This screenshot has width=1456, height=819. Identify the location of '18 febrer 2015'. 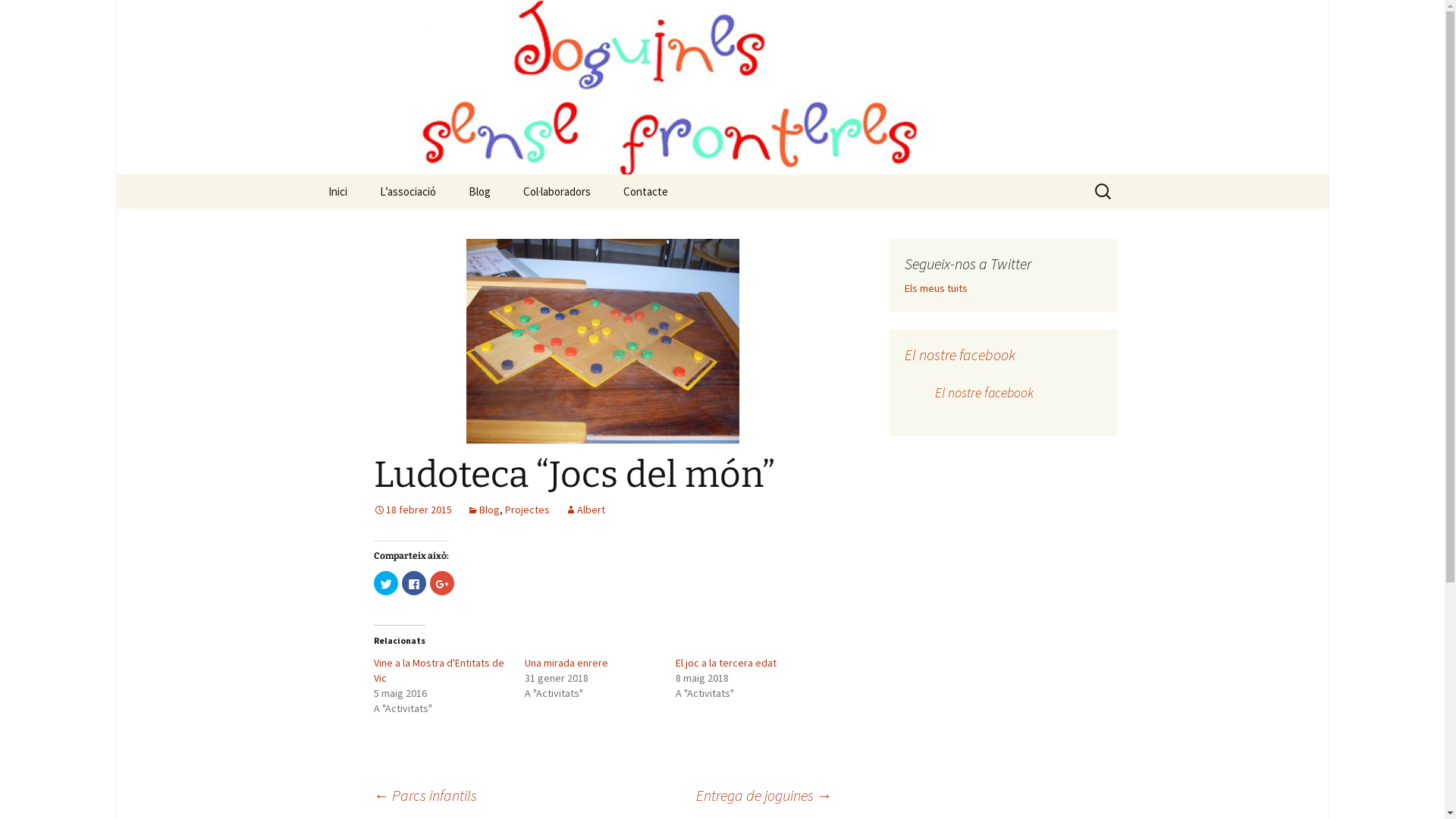
(412, 509).